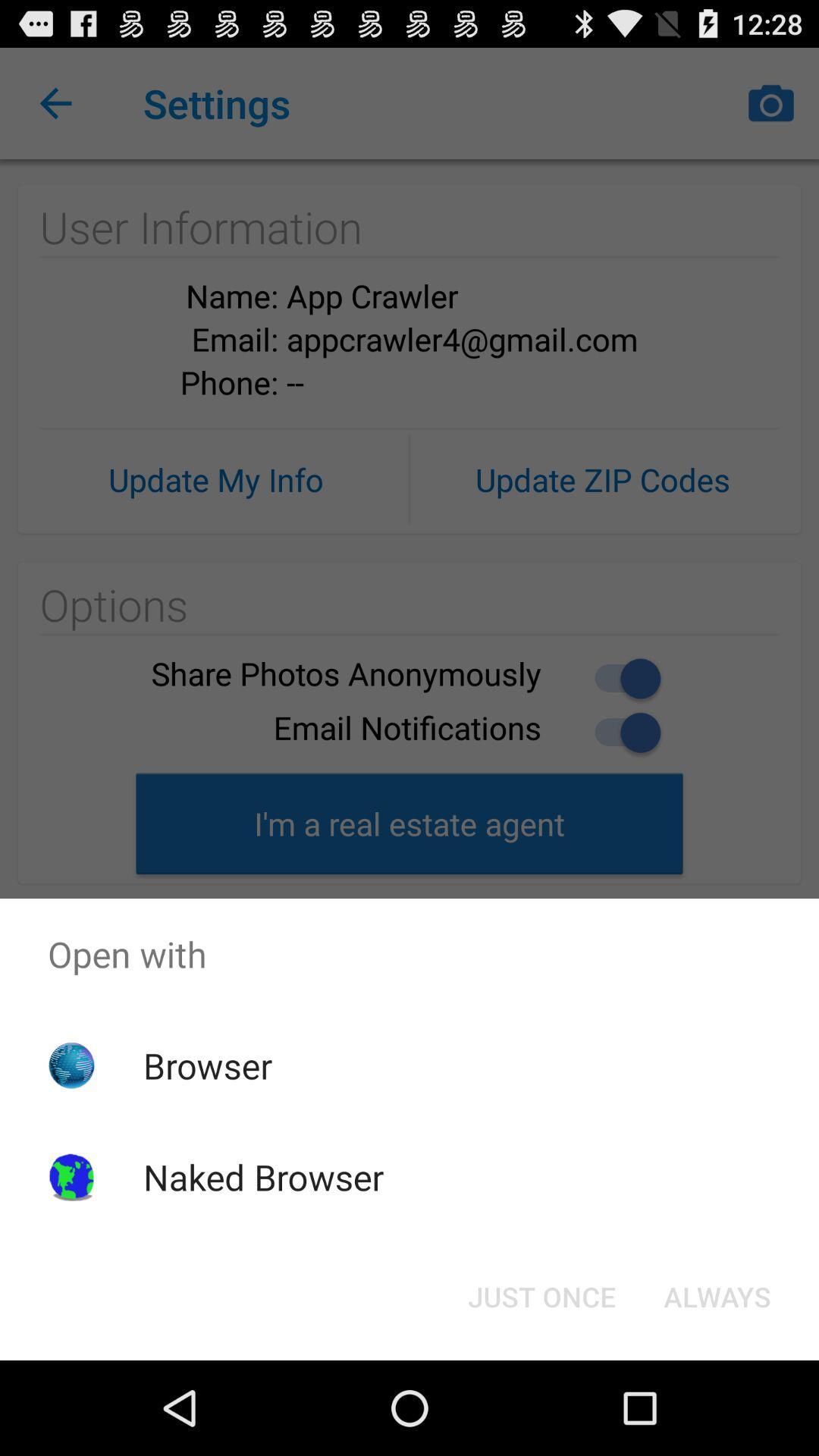  What do you see at coordinates (717, 1295) in the screenshot?
I see `app below the open with app` at bounding box center [717, 1295].